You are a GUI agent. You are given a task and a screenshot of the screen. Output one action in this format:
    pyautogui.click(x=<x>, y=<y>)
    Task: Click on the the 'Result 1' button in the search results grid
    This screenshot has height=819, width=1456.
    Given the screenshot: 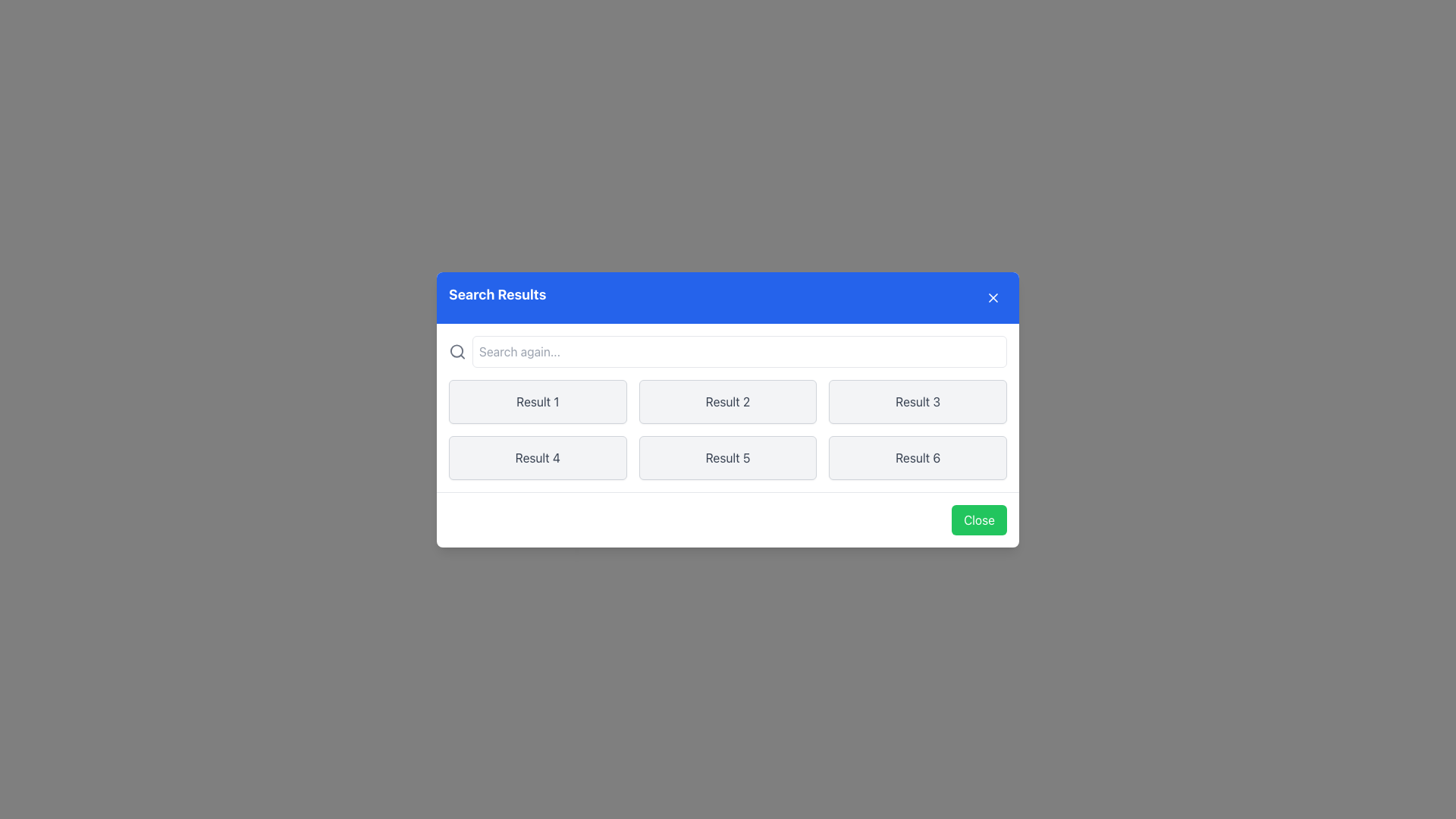 What is the action you would take?
    pyautogui.click(x=538, y=400)
    